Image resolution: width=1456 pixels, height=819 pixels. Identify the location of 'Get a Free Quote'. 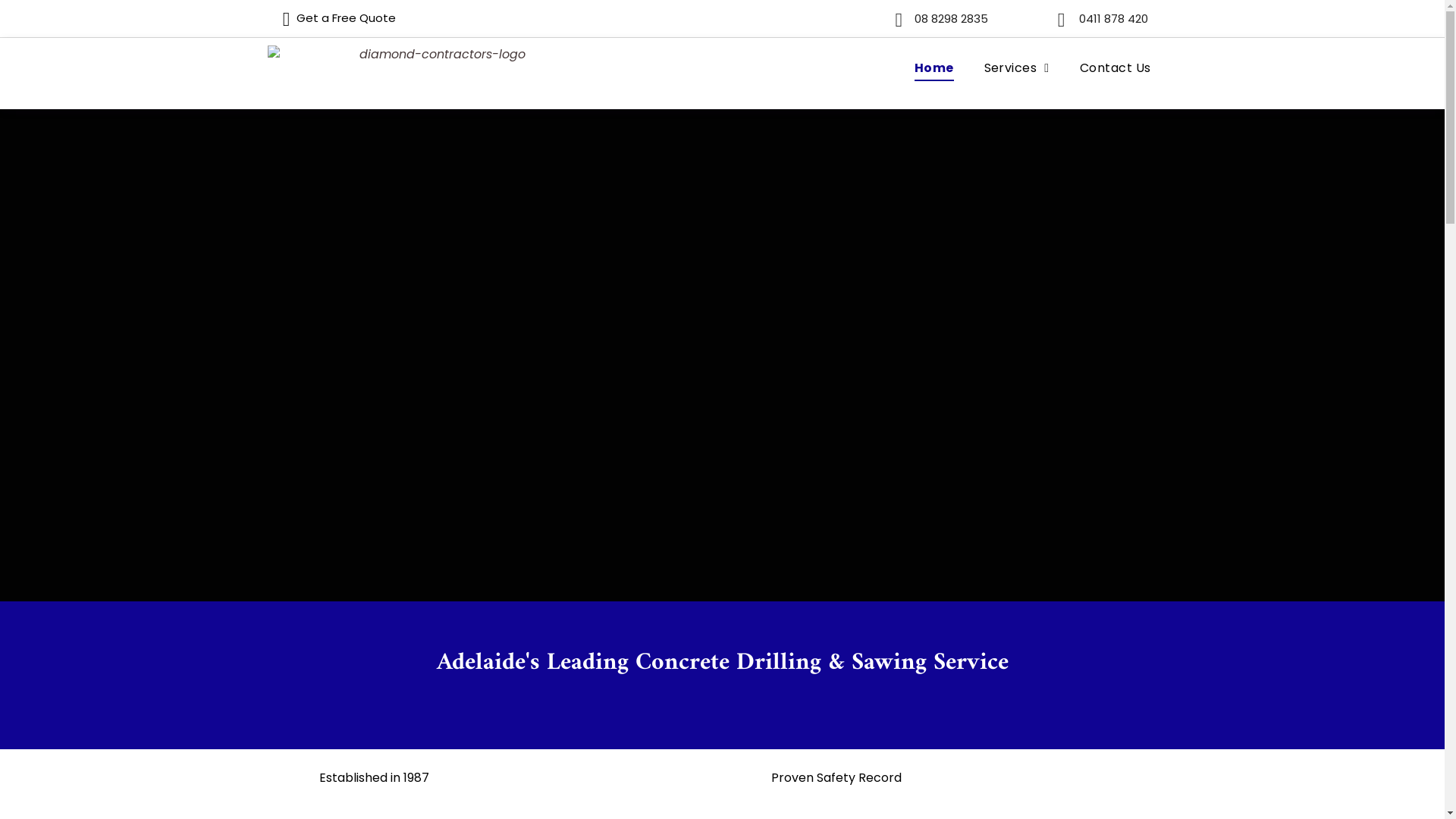
(266, 17).